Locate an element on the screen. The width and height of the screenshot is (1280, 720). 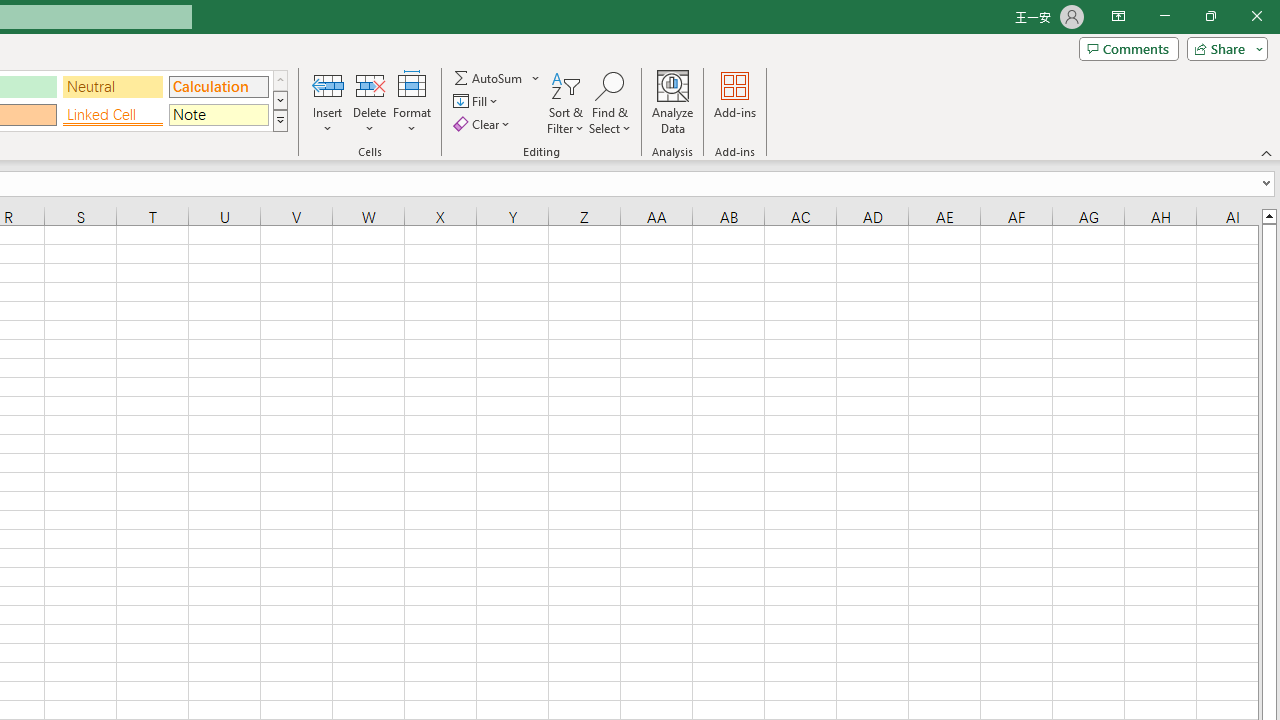
'Class: NetUIImage' is located at coordinates (279, 120).